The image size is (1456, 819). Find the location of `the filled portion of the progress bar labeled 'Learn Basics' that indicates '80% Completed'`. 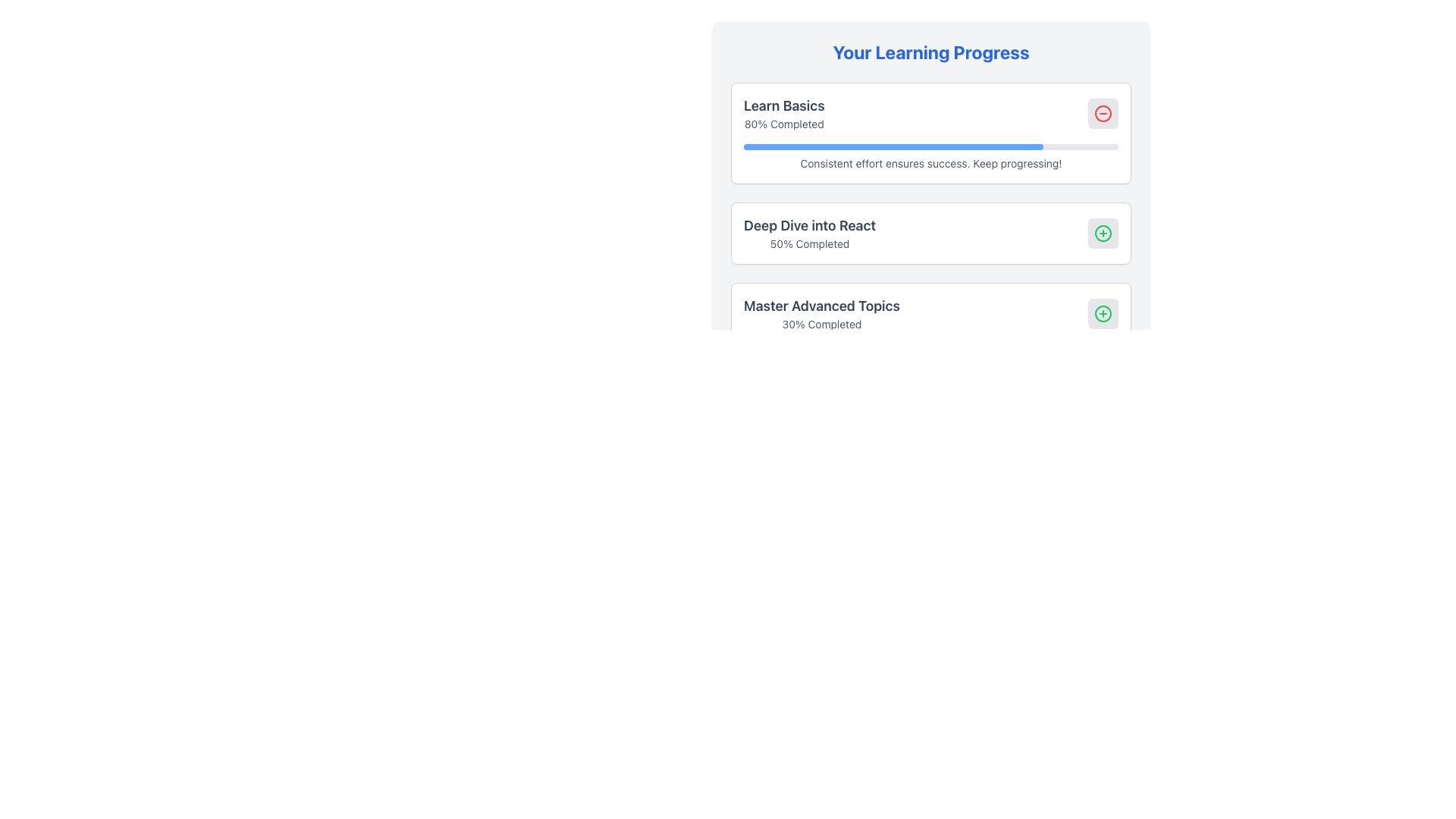

the filled portion of the progress bar labeled 'Learn Basics' that indicates '80% Completed' is located at coordinates (893, 146).